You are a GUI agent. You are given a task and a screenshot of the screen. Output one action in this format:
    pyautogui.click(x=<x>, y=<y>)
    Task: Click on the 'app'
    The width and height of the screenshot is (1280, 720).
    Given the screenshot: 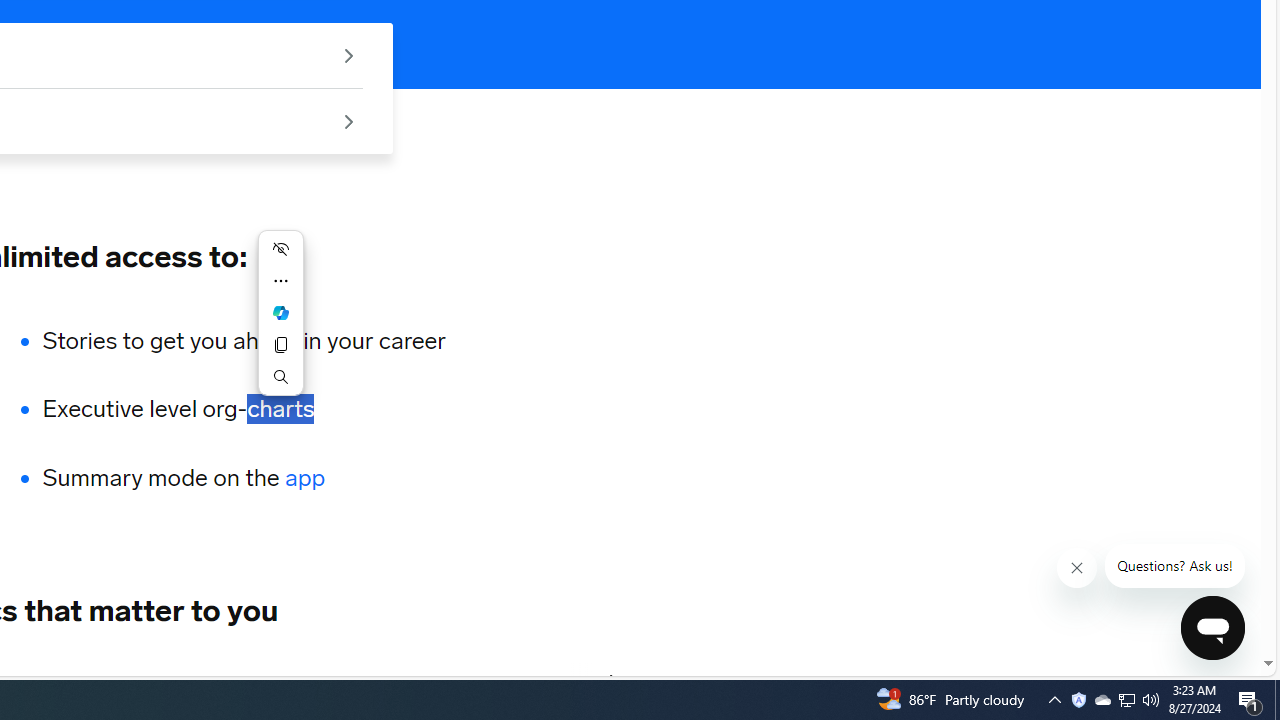 What is the action you would take?
    pyautogui.click(x=304, y=478)
    